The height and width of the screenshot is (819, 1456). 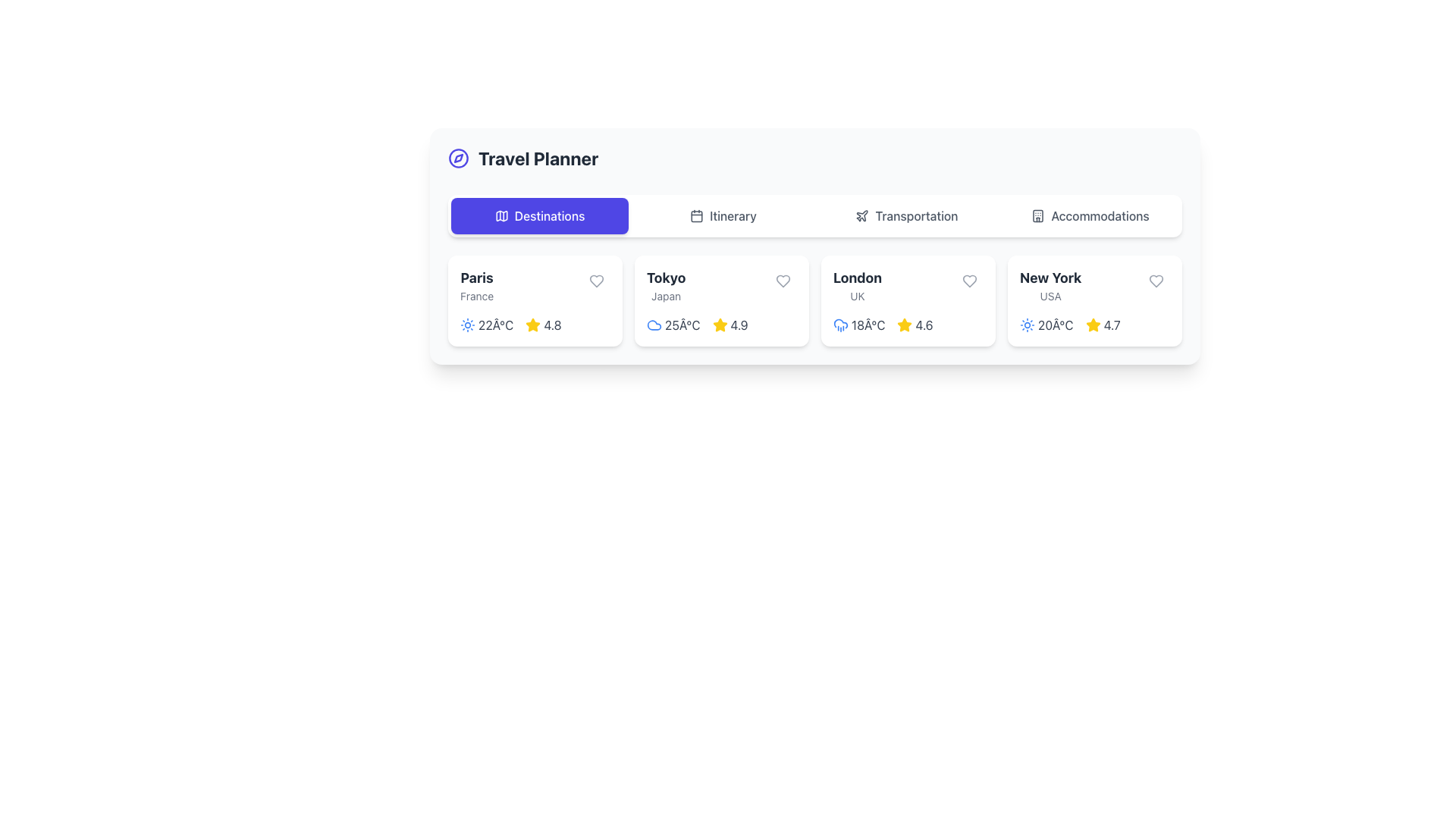 What do you see at coordinates (720, 301) in the screenshot?
I see `the Interactive card displaying travel information about Tokyo, Japan, which is the second card in the horizontal list of destination cards under the 'Destinations' tab` at bounding box center [720, 301].